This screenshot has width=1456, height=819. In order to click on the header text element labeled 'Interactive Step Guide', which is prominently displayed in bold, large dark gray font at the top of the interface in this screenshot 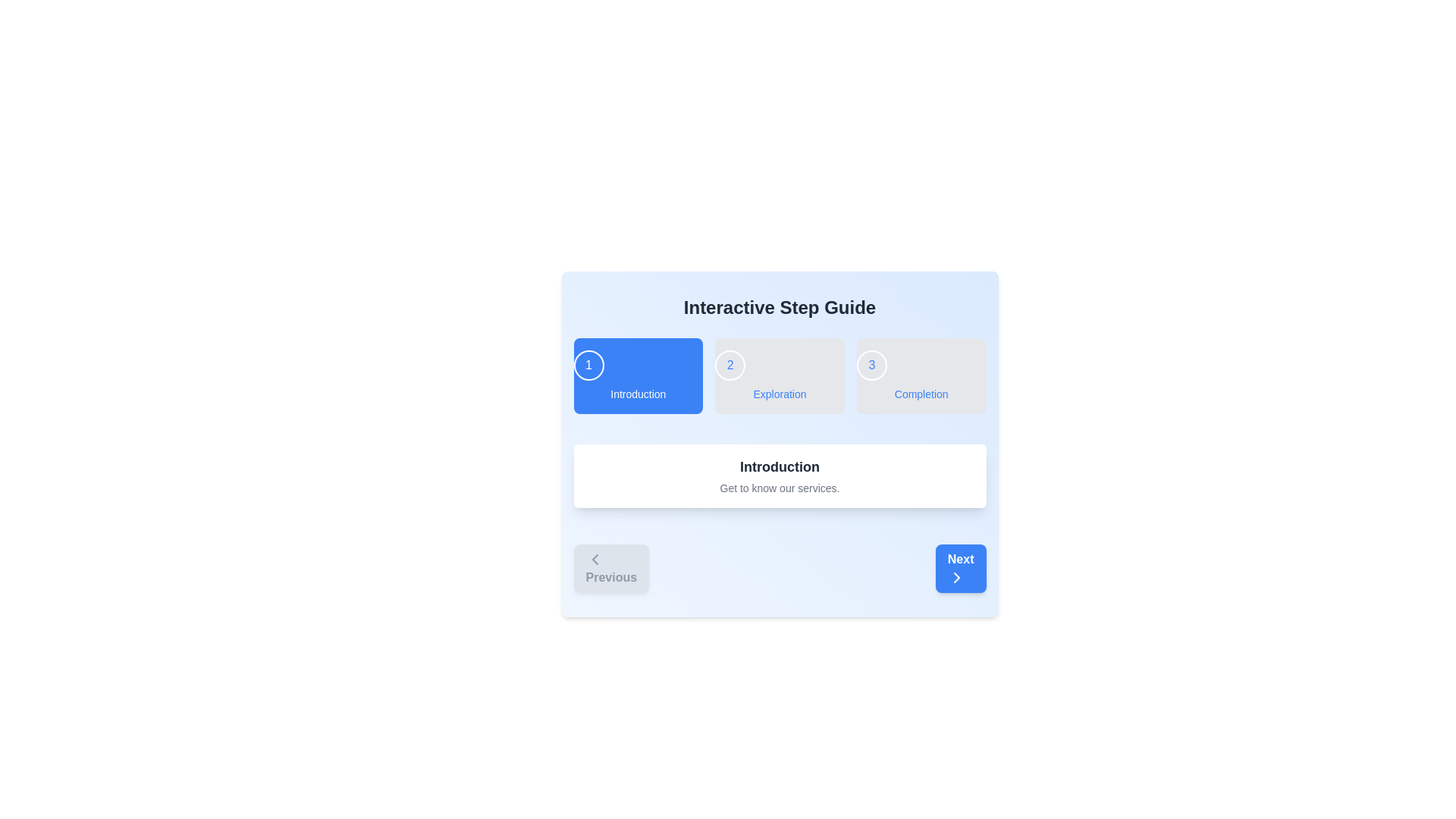, I will do `click(780, 307)`.